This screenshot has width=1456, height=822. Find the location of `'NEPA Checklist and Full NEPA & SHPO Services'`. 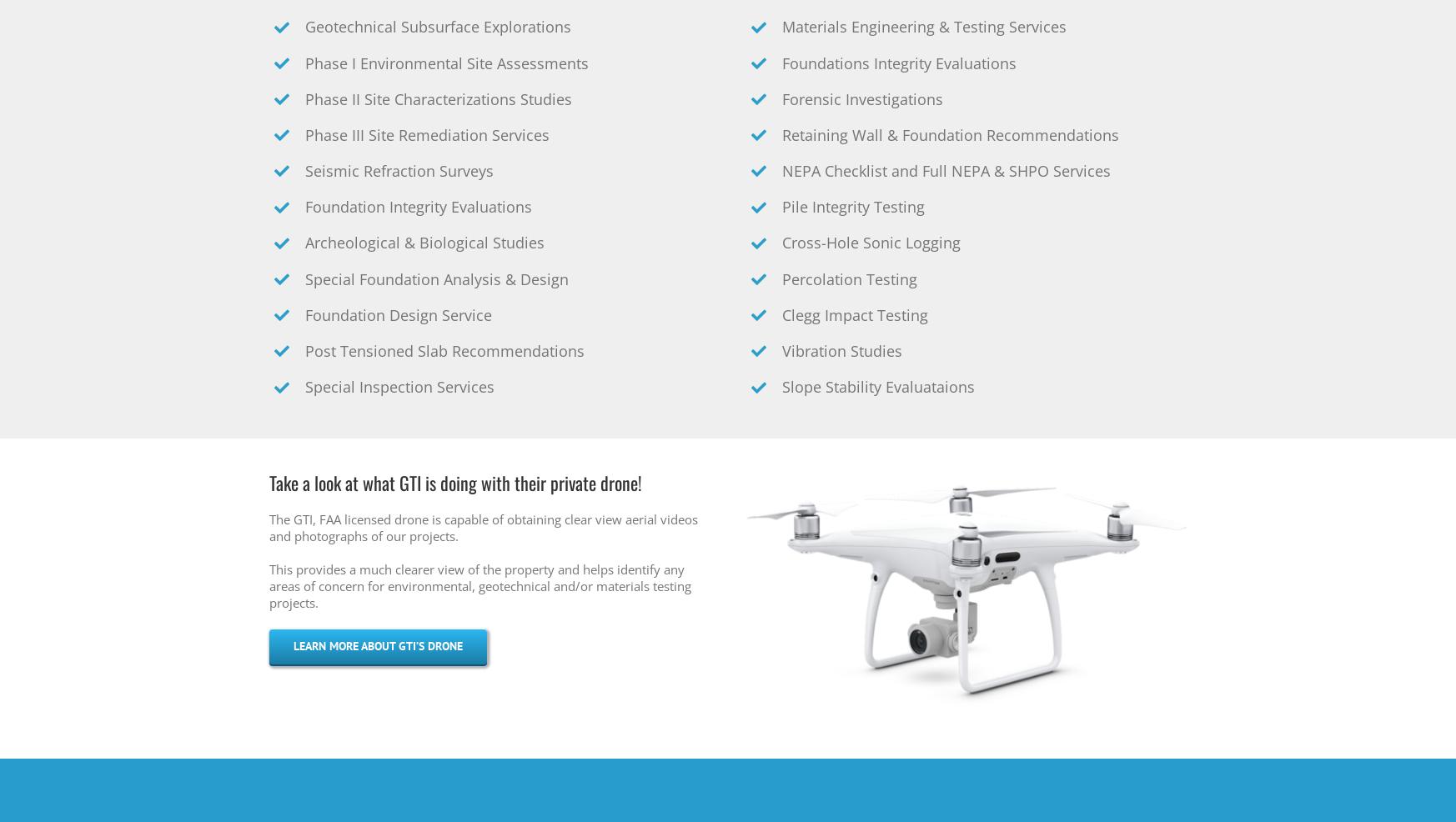

'NEPA Checklist and Full NEPA & SHPO Services' is located at coordinates (946, 170).